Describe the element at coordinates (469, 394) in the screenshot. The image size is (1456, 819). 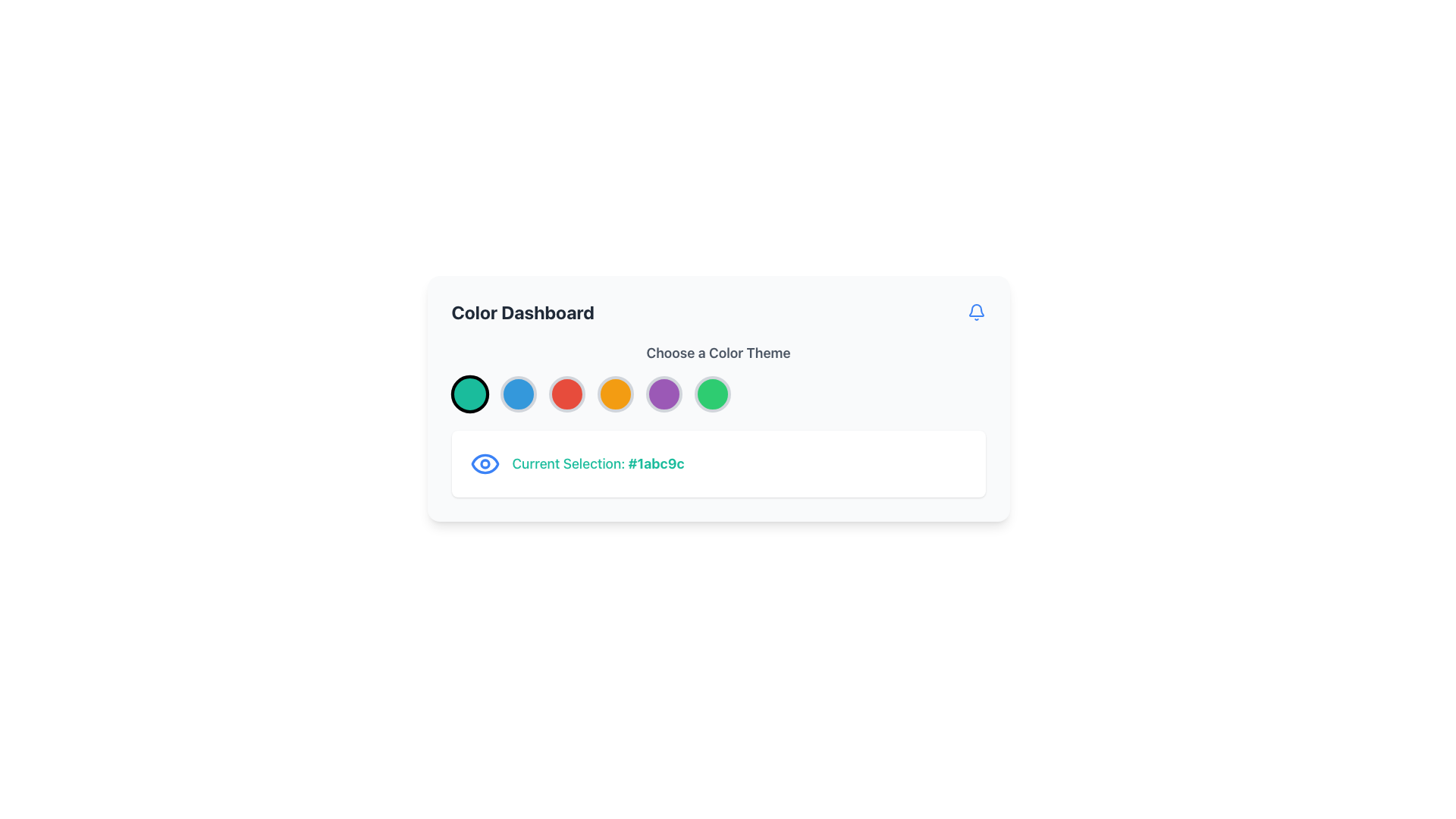
I see `the first circular button in the color theme chooser interface` at that location.